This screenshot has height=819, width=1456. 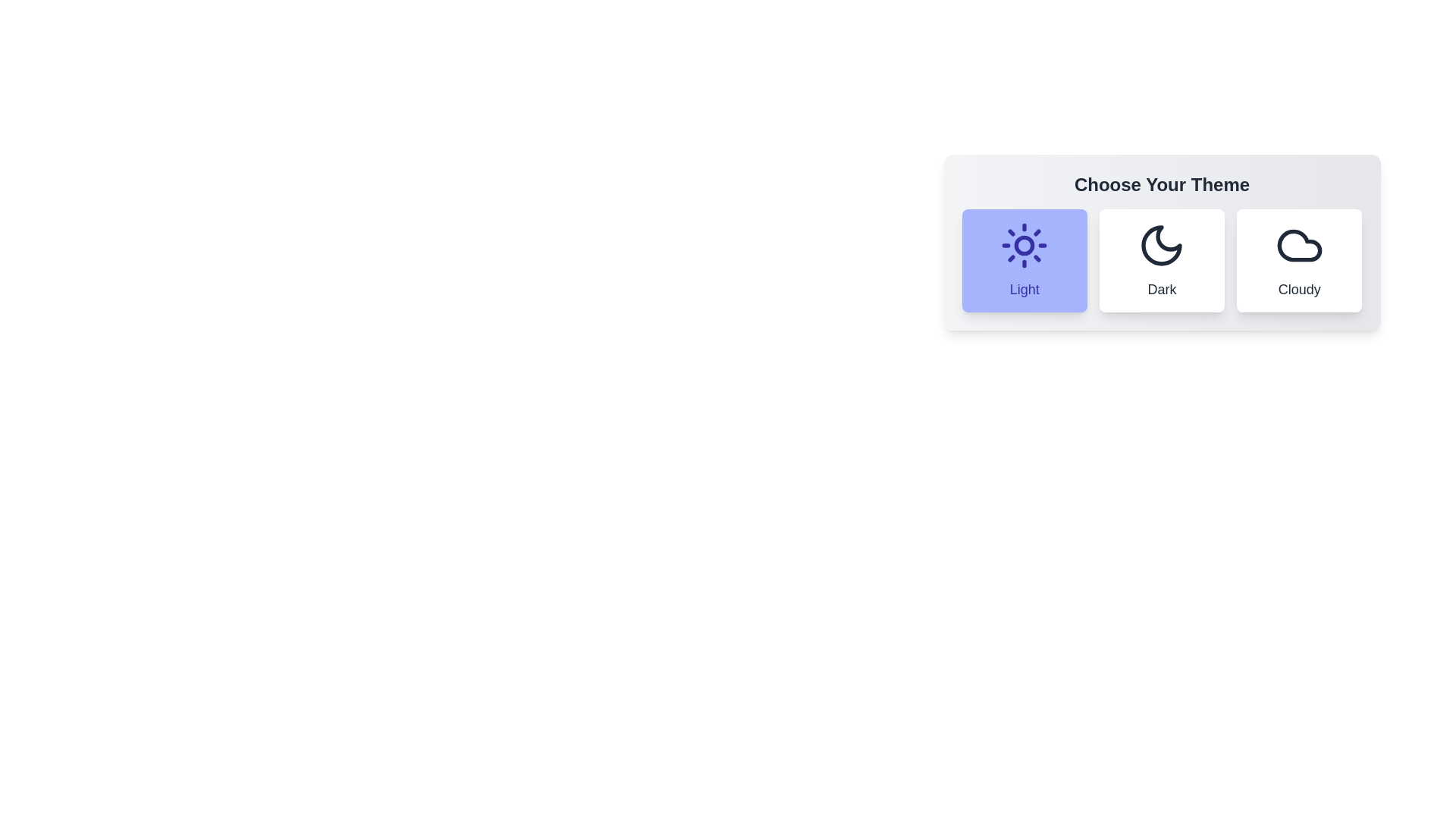 I want to click on the stylized sun icon within the 'Light' button, so click(x=1025, y=245).